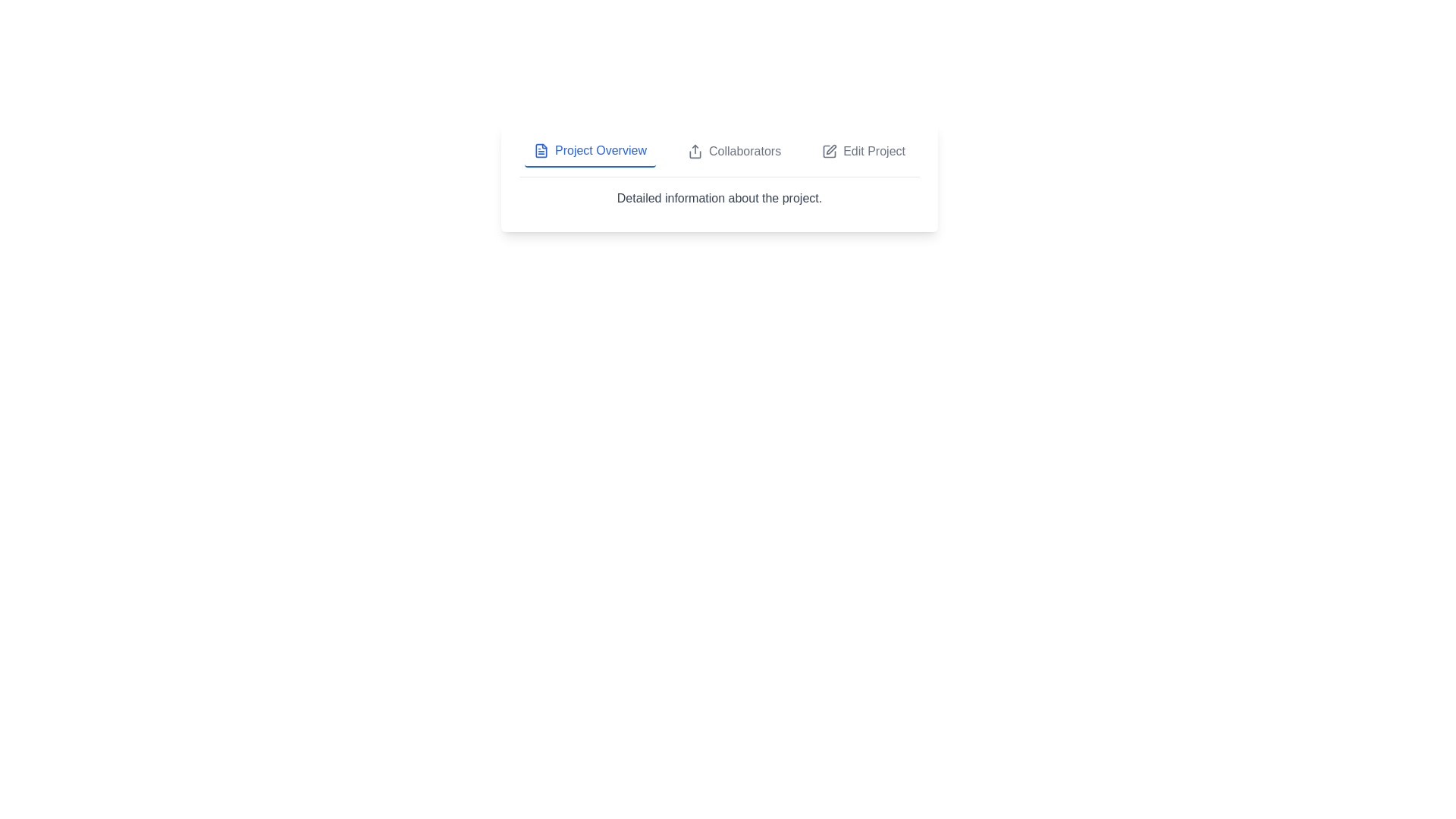 This screenshot has width=1456, height=819. Describe the element at coordinates (588, 152) in the screenshot. I see `the tab titled Project Overview to switch the content` at that location.